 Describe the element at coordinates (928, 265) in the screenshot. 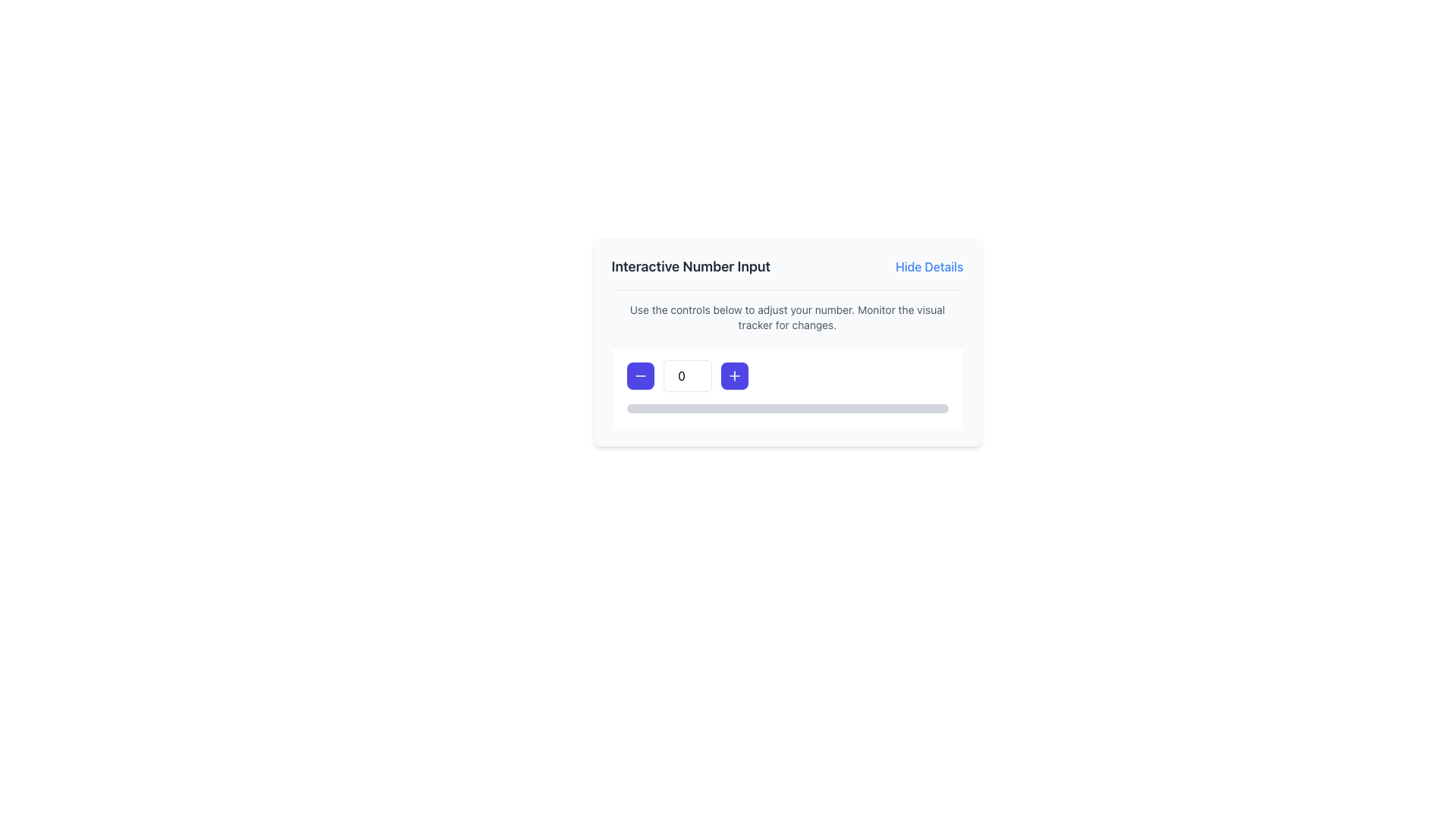

I see `the Text Button located at the upper-right corner of the interactive number input interface` at that location.